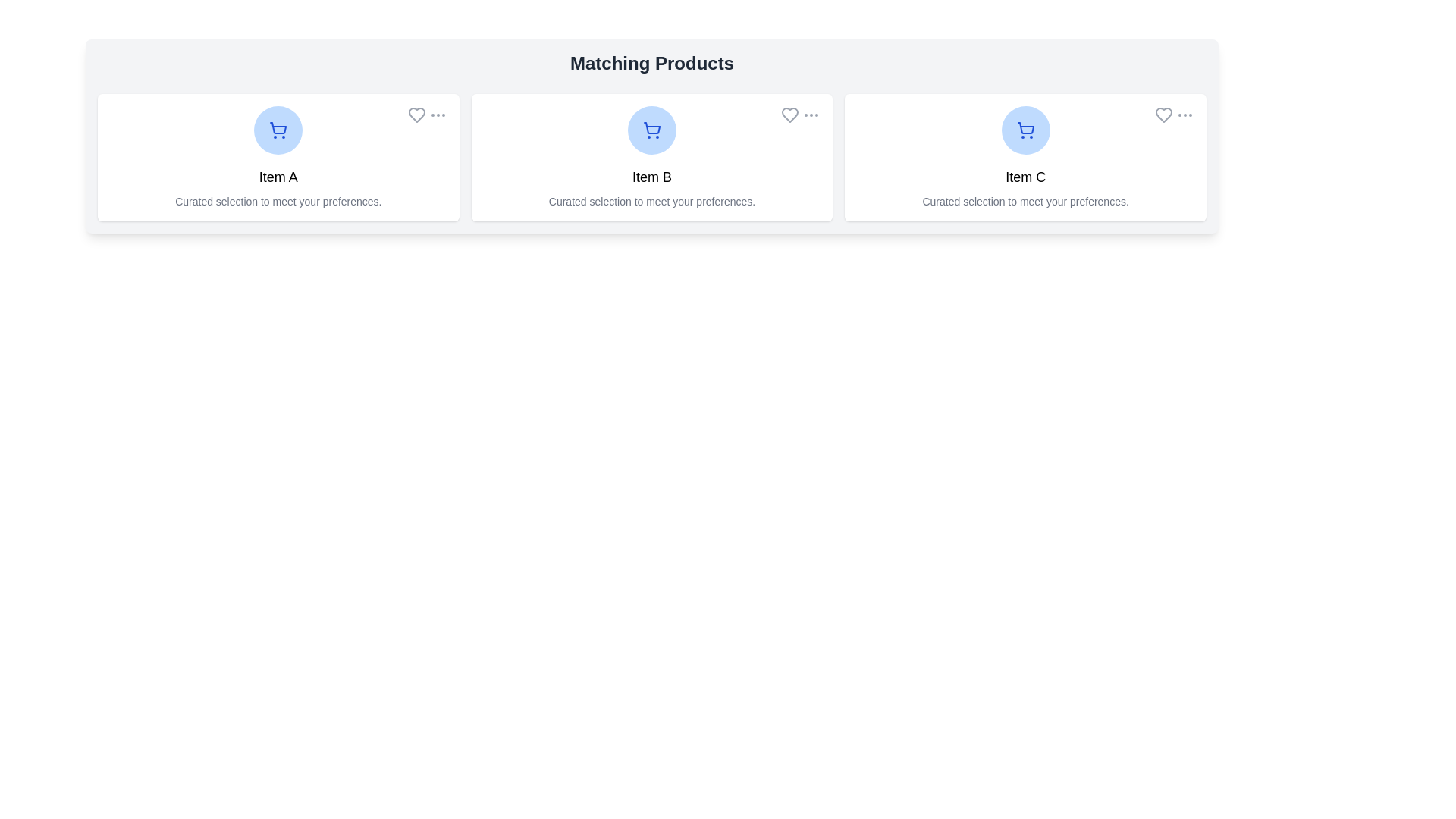  What do you see at coordinates (789, 114) in the screenshot?
I see `the heart button to favorite the product Item B` at bounding box center [789, 114].